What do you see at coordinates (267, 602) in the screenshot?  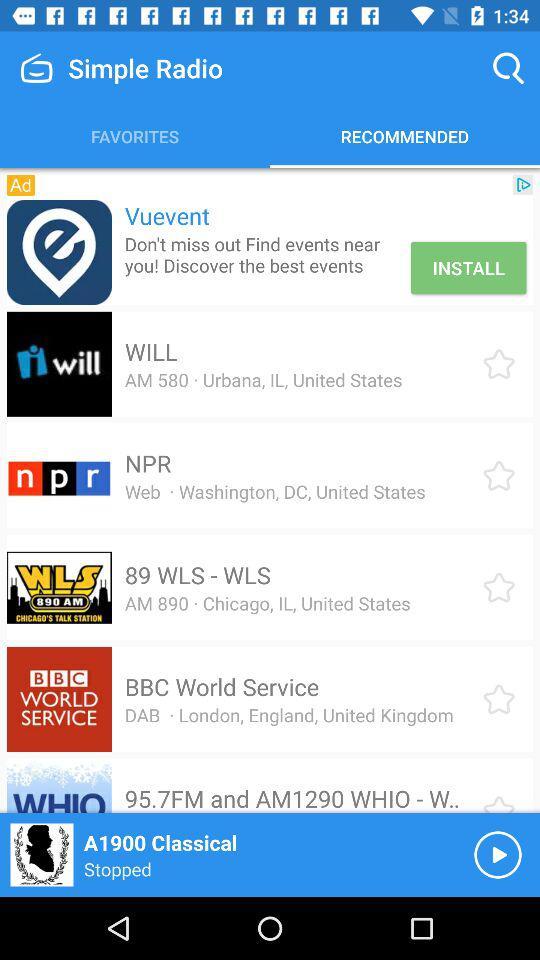 I see `the icon below 89 wls - wls item` at bounding box center [267, 602].